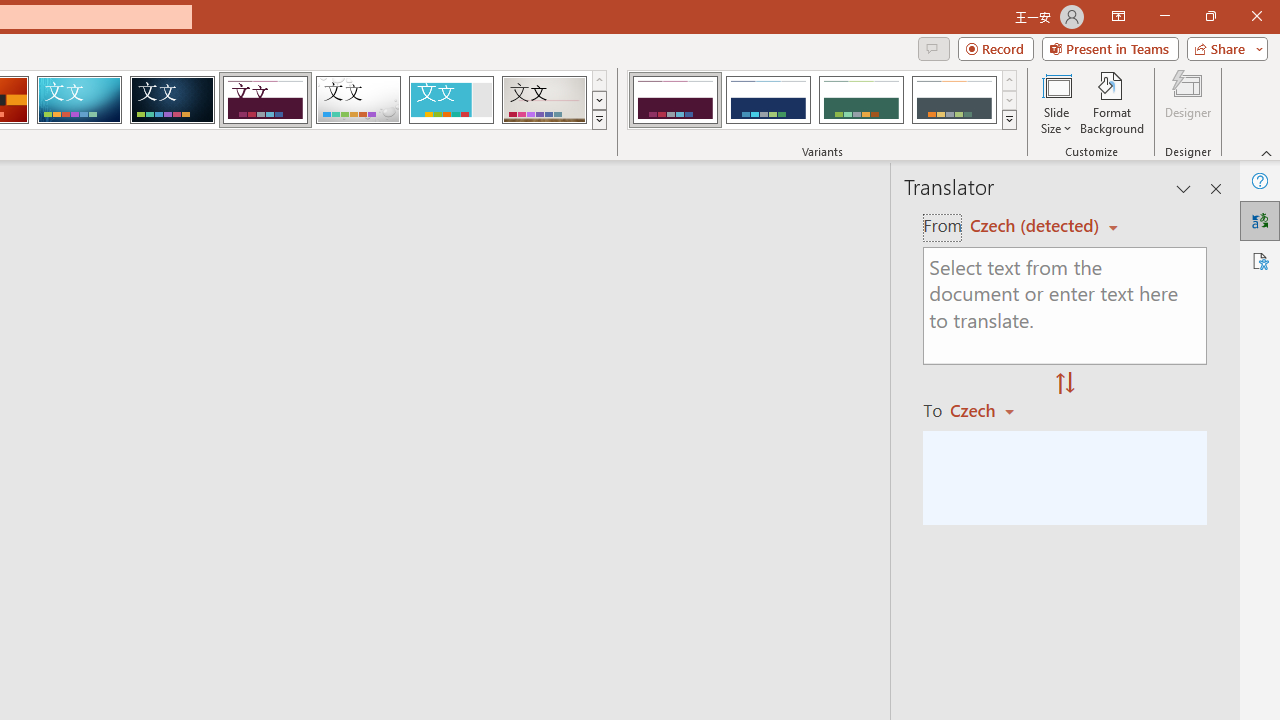 This screenshot has height=720, width=1280. What do you see at coordinates (1055, 103) in the screenshot?
I see `'Slide Size'` at bounding box center [1055, 103].